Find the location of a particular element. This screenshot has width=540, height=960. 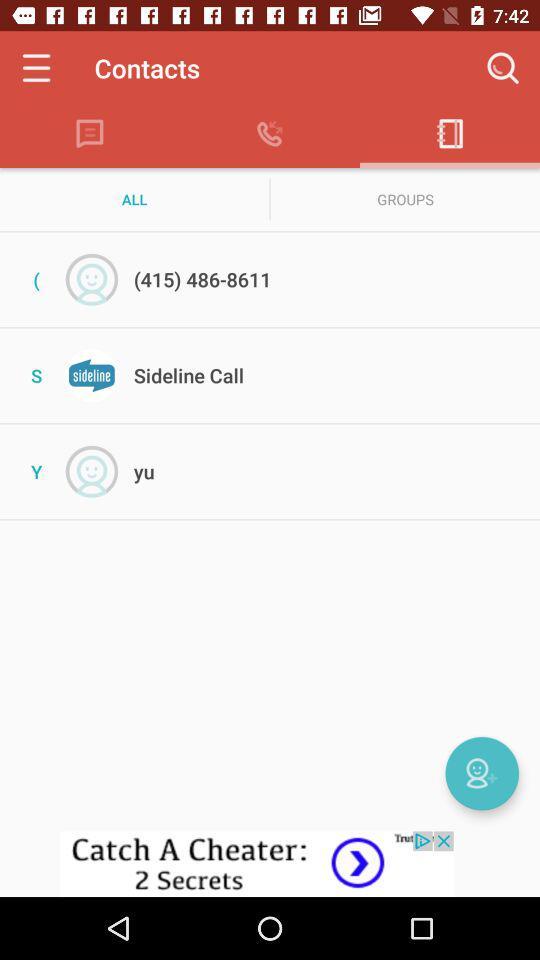

add option is located at coordinates (481, 772).